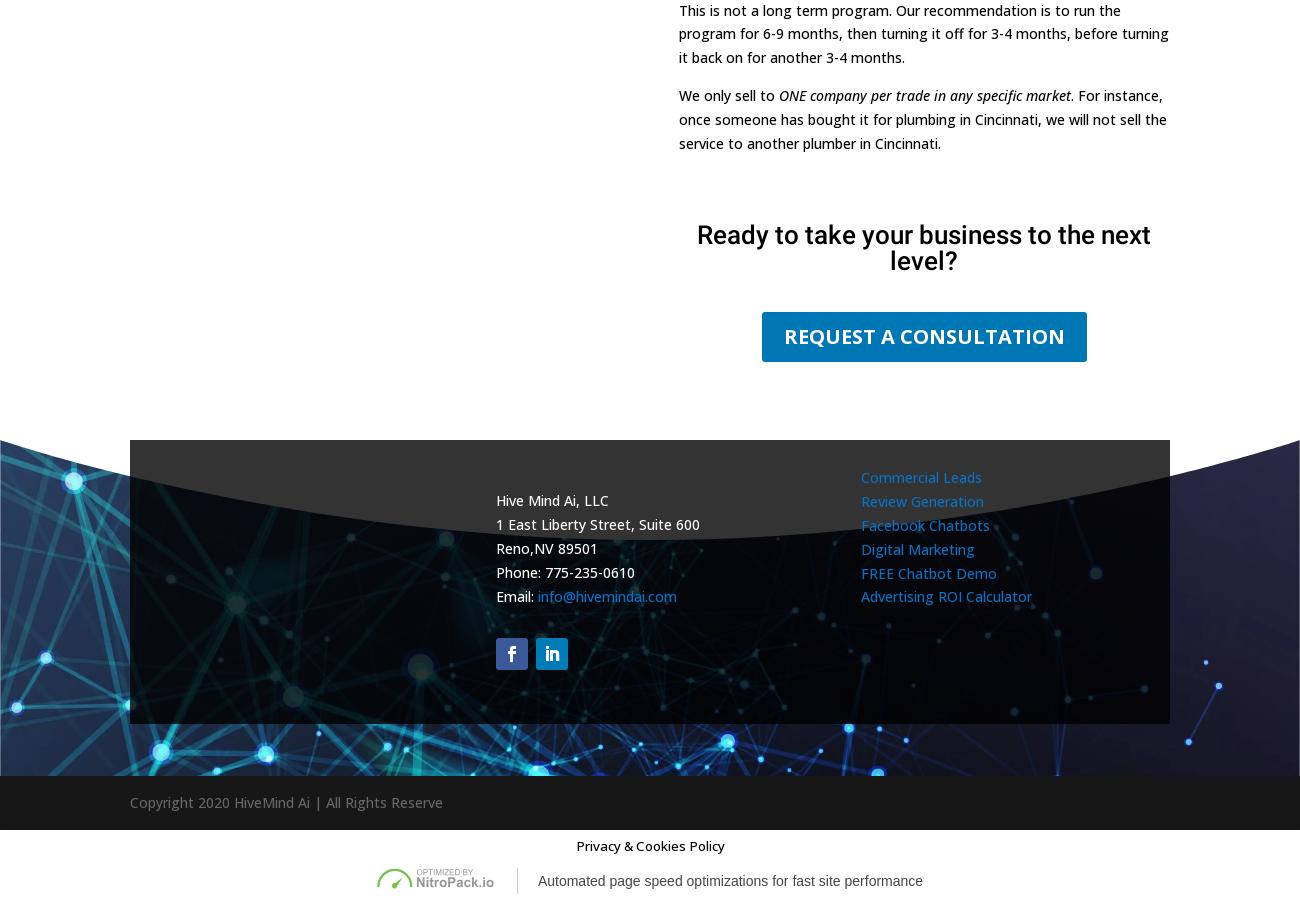 The width and height of the screenshot is (1300, 898). I want to click on 'ONE company per trade in any specific market', so click(924, 93).